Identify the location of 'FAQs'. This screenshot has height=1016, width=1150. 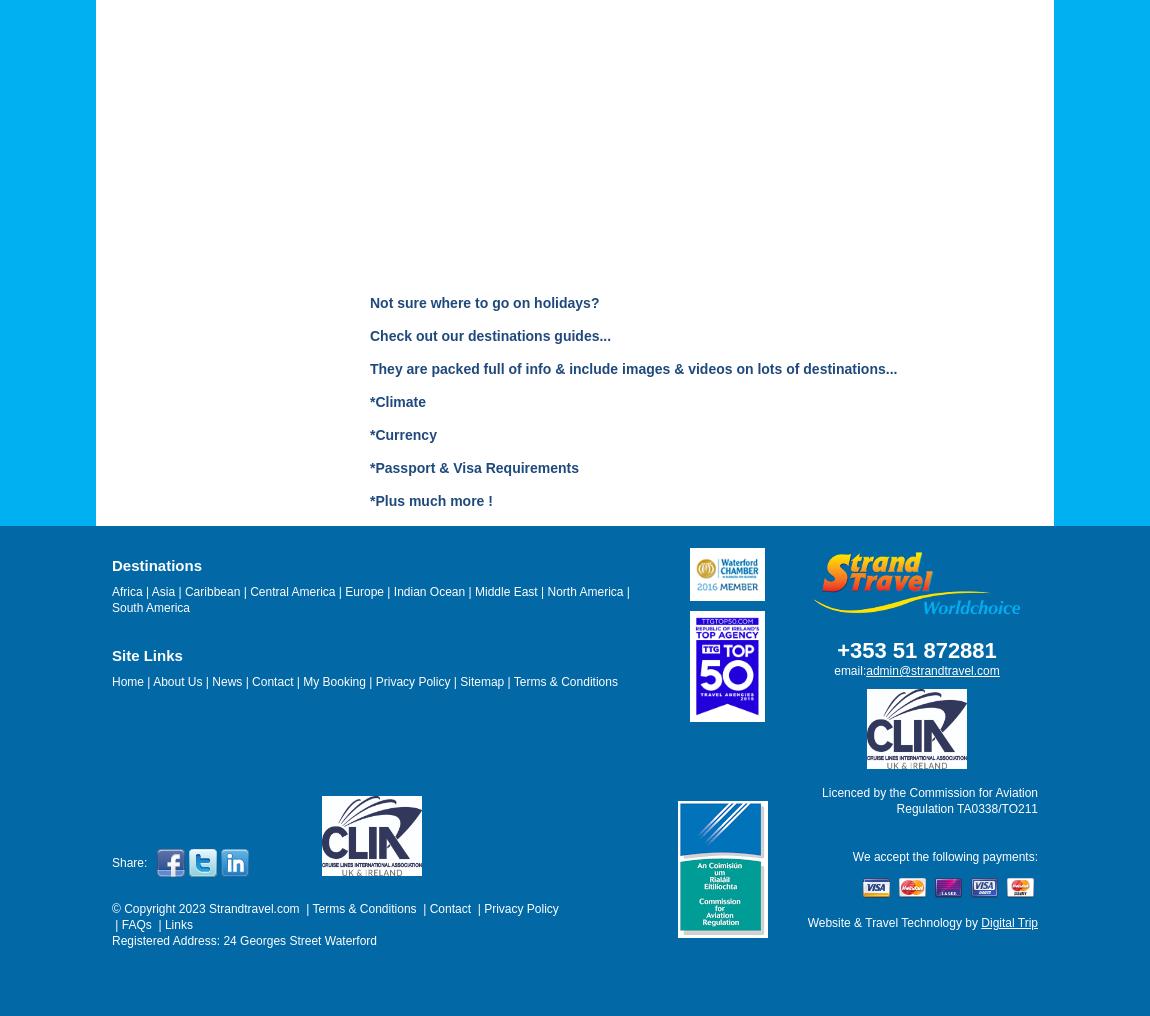
(135, 923).